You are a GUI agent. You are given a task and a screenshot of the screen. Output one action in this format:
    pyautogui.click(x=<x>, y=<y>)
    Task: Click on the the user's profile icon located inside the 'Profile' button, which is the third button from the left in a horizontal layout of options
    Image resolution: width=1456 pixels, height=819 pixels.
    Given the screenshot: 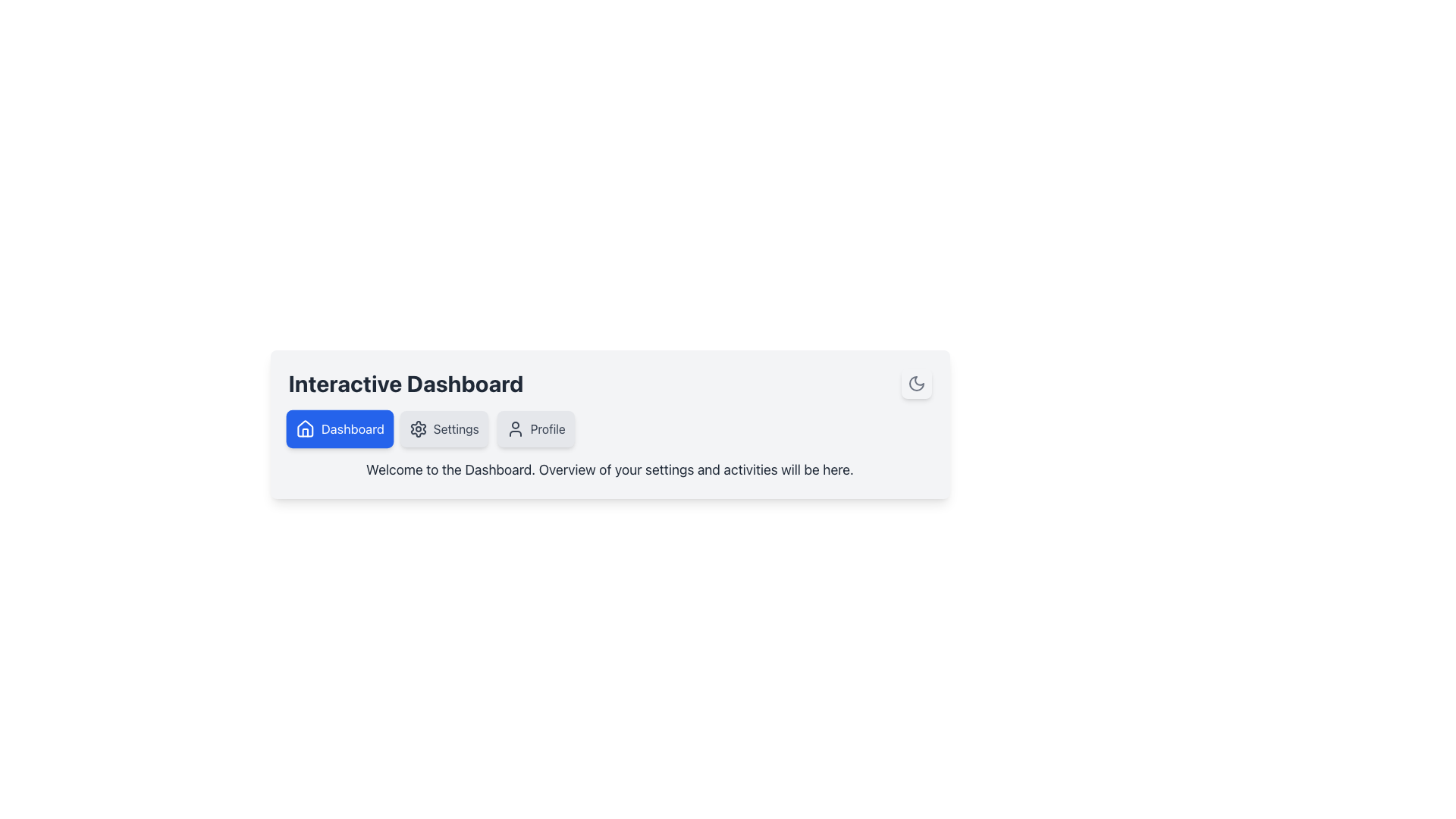 What is the action you would take?
    pyautogui.click(x=515, y=429)
    